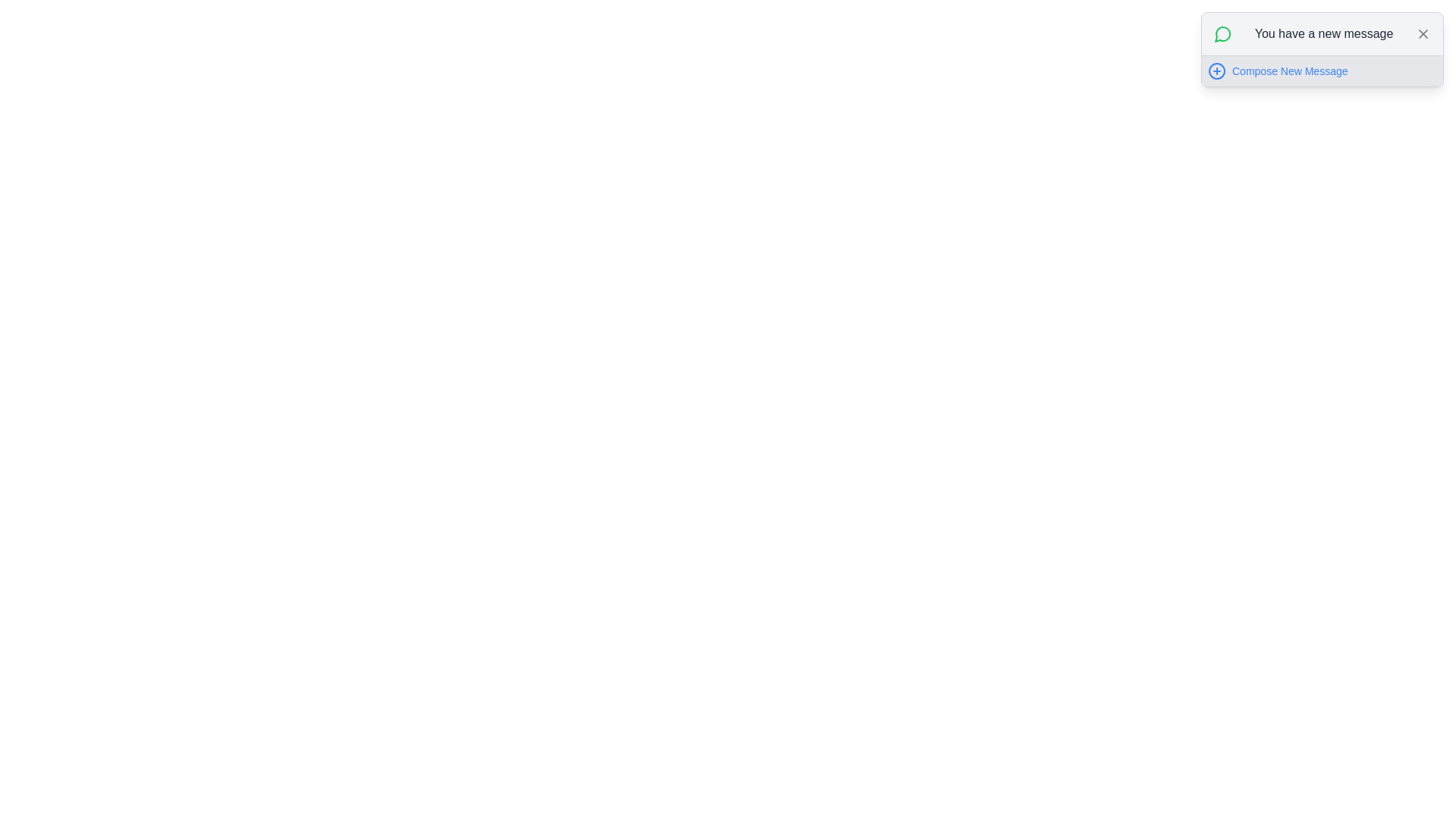 The height and width of the screenshot is (819, 1456). Describe the element at coordinates (1216, 71) in the screenshot. I see `the circular icon button with a plus symbol located to the left of the 'Compose New Message' label` at that location.